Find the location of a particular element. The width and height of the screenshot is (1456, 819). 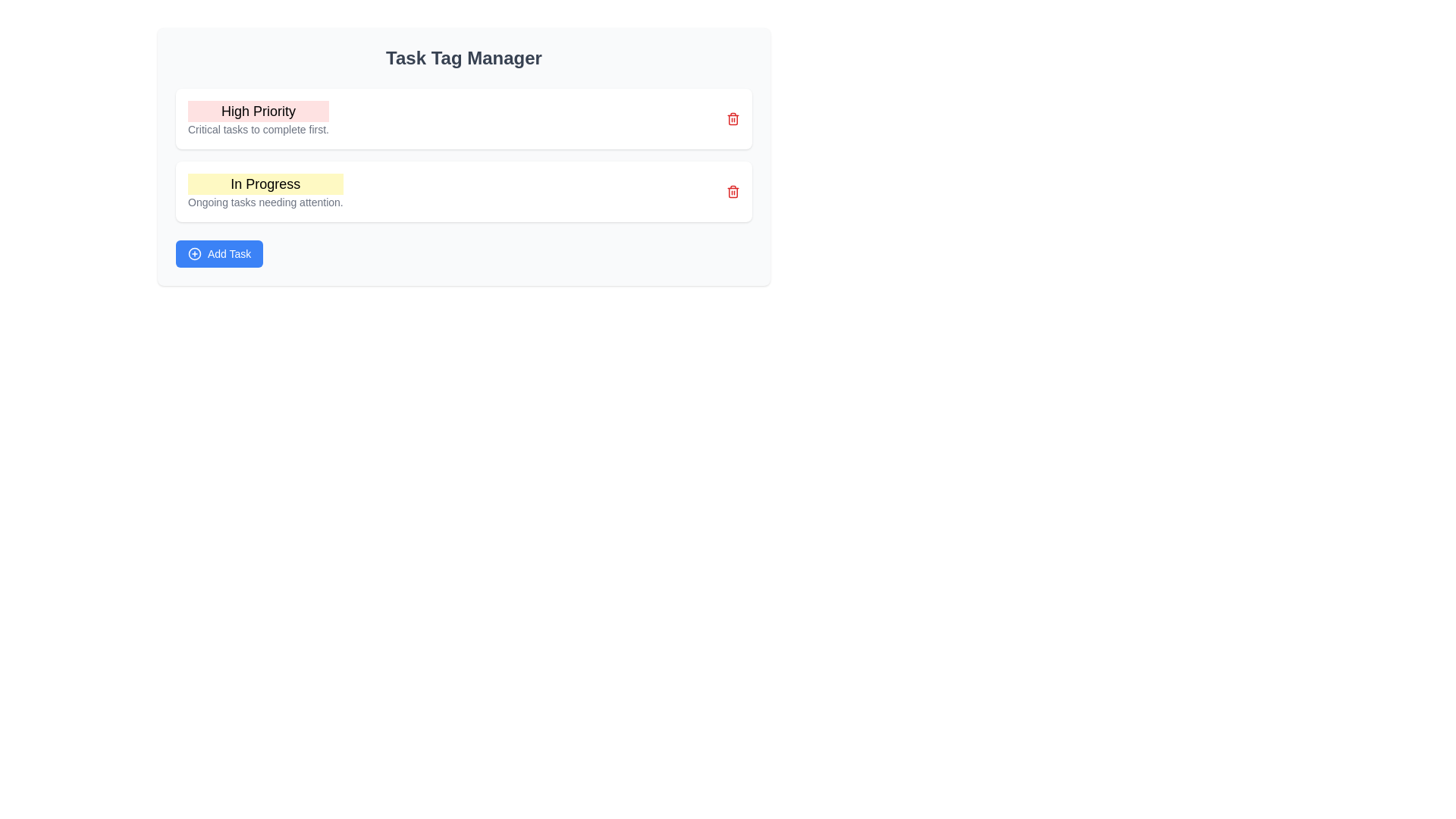

the status card indicating ongoing tasks, located below the 'High Priority' section in the 'Task Tag Manager' is located at coordinates (463, 191).